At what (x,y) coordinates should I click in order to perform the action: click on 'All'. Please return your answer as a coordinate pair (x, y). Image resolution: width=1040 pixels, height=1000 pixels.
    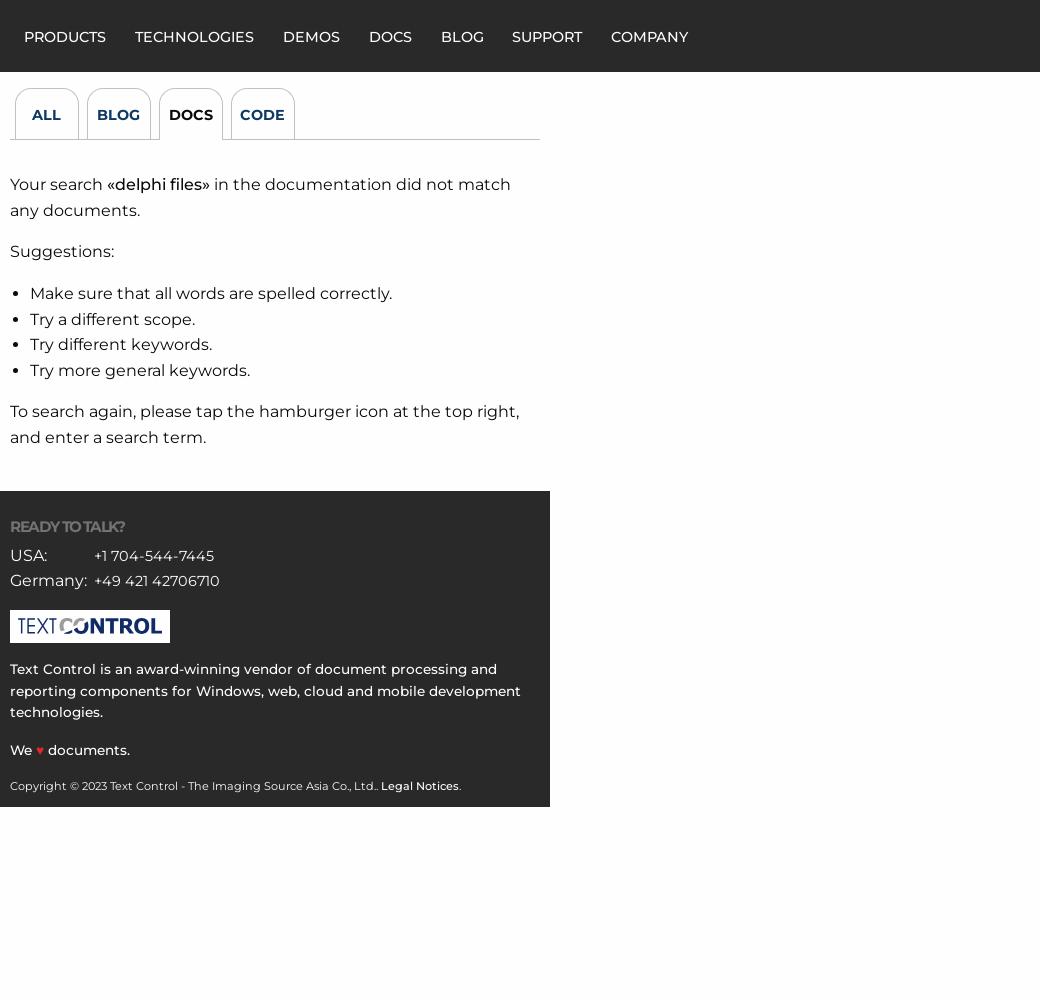
    Looking at the image, I should click on (45, 114).